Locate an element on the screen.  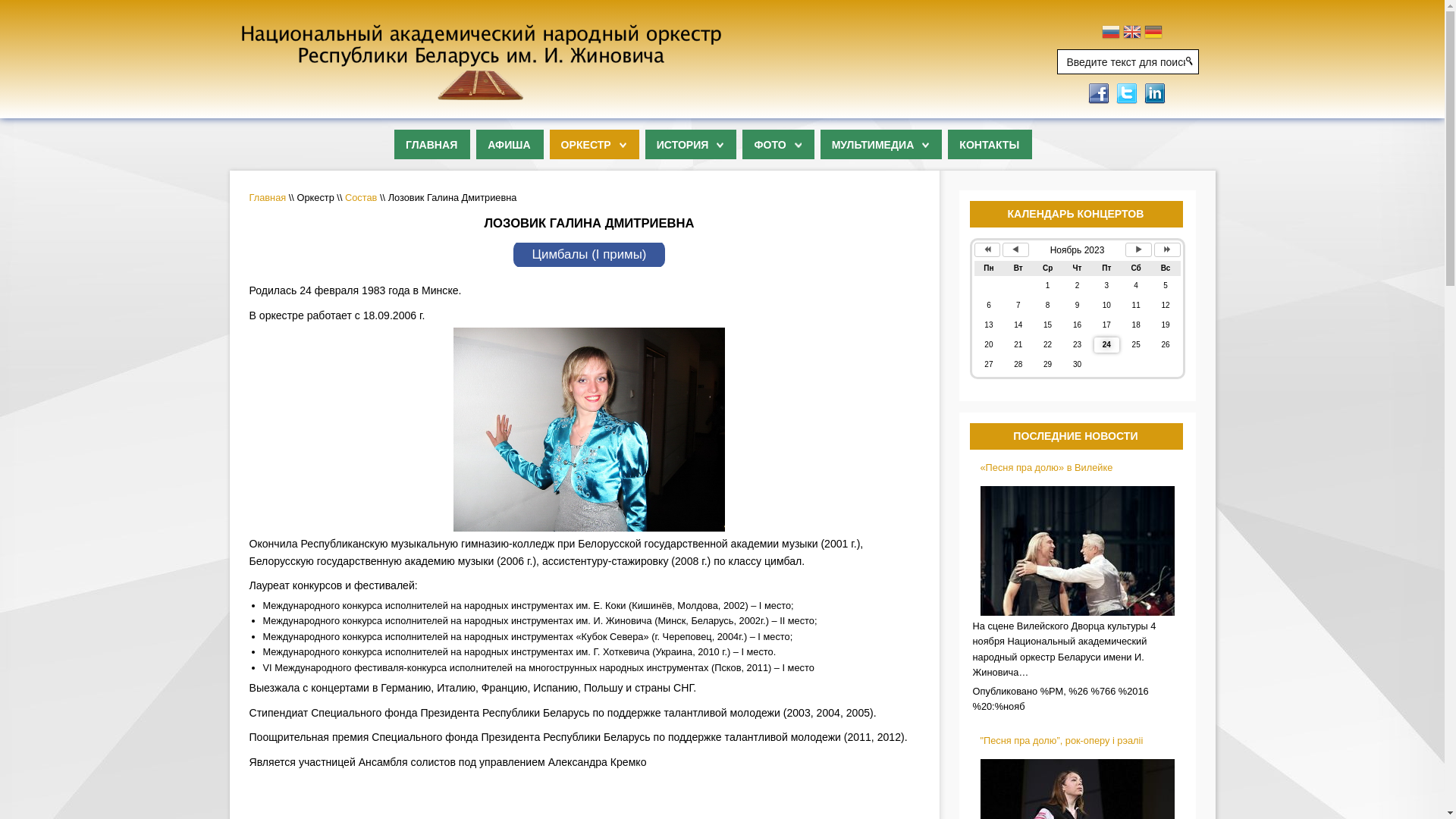
'Submit to Twitter' is located at coordinates (1114, 92).